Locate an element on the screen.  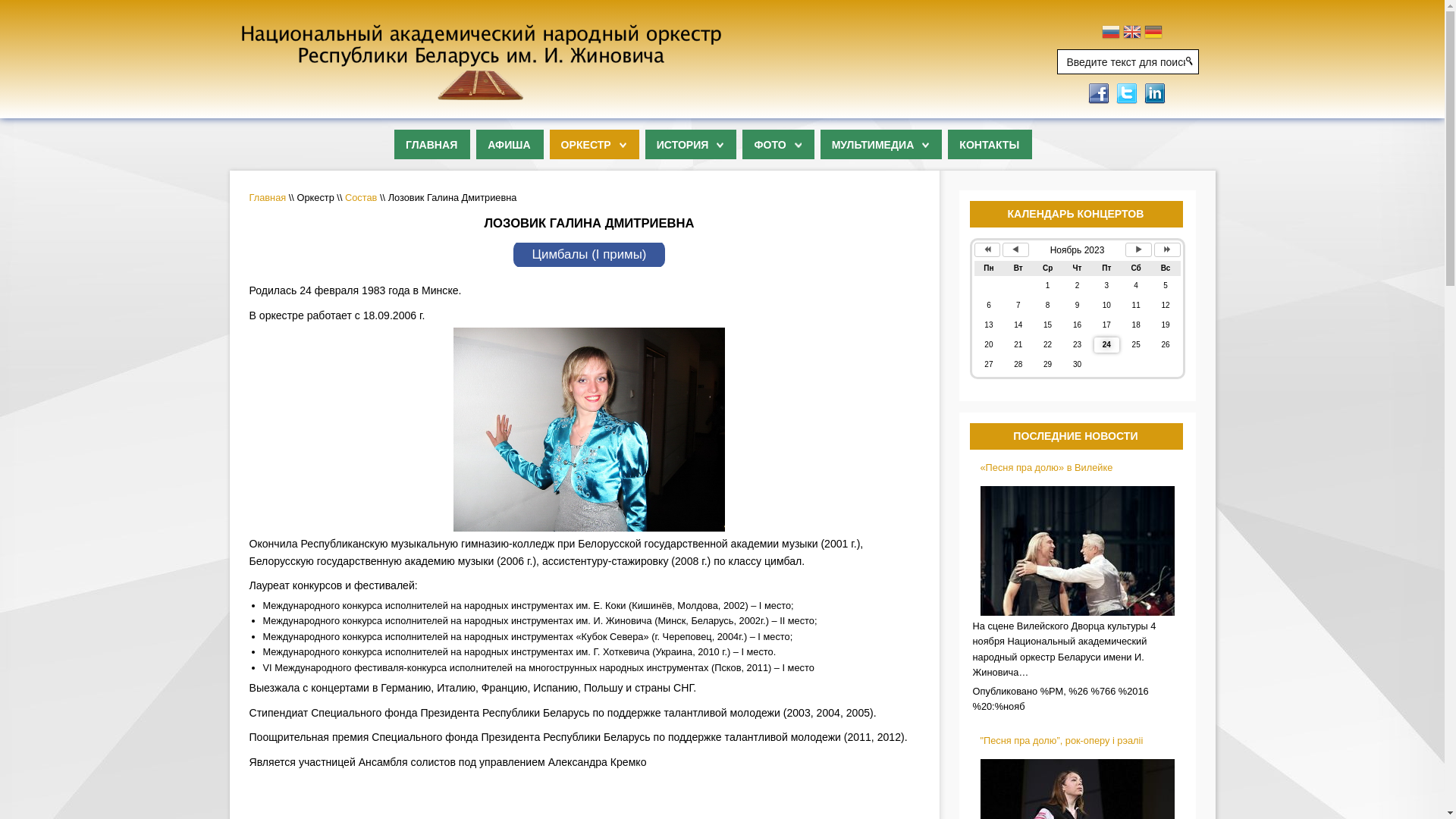
'Submit to Twitter' is located at coordinates (1114, 92).